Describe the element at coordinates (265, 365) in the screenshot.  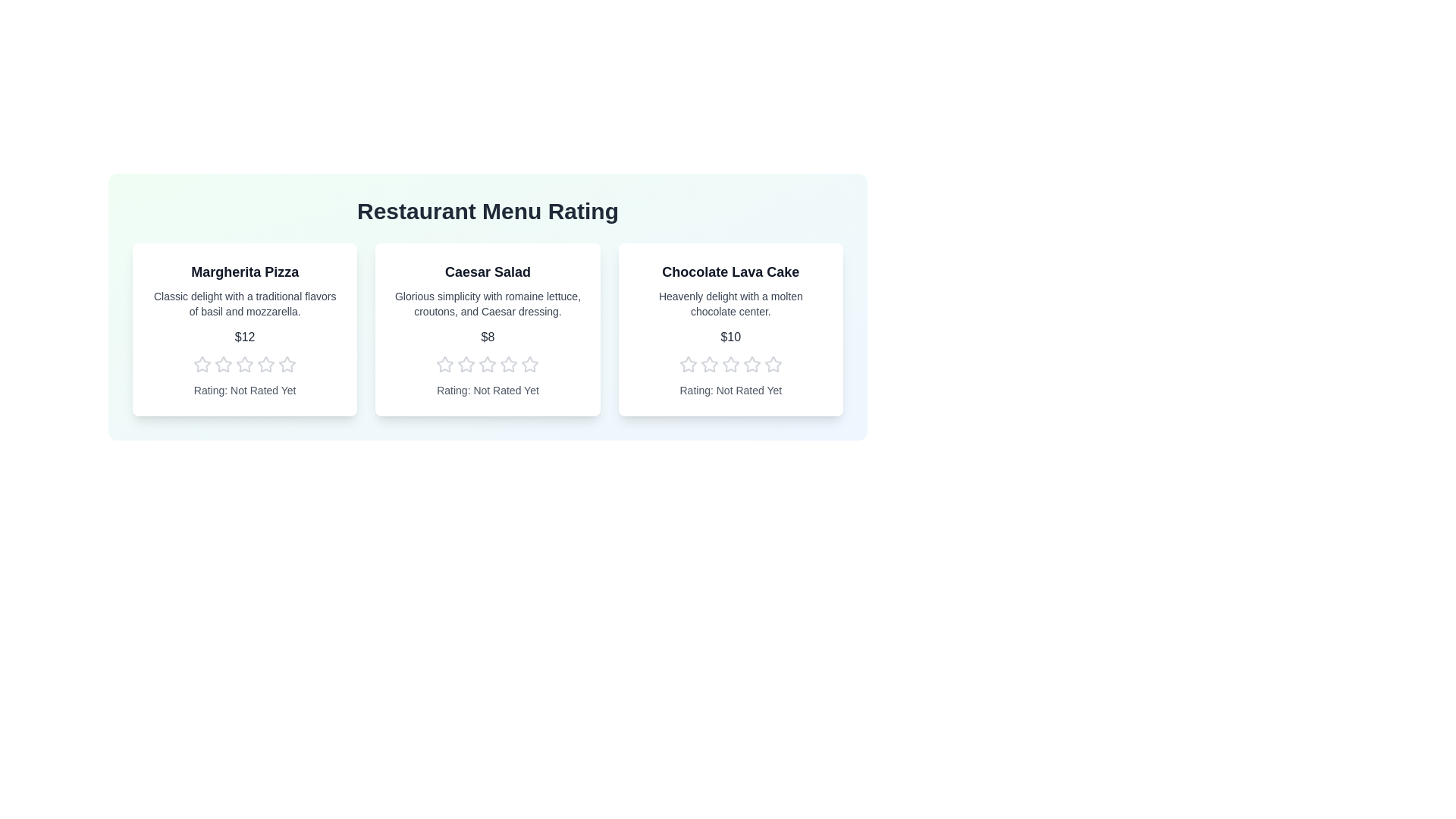
I see `the star corresponding to the desired rating 4 for the menu item Margherita Pizza` at that location.